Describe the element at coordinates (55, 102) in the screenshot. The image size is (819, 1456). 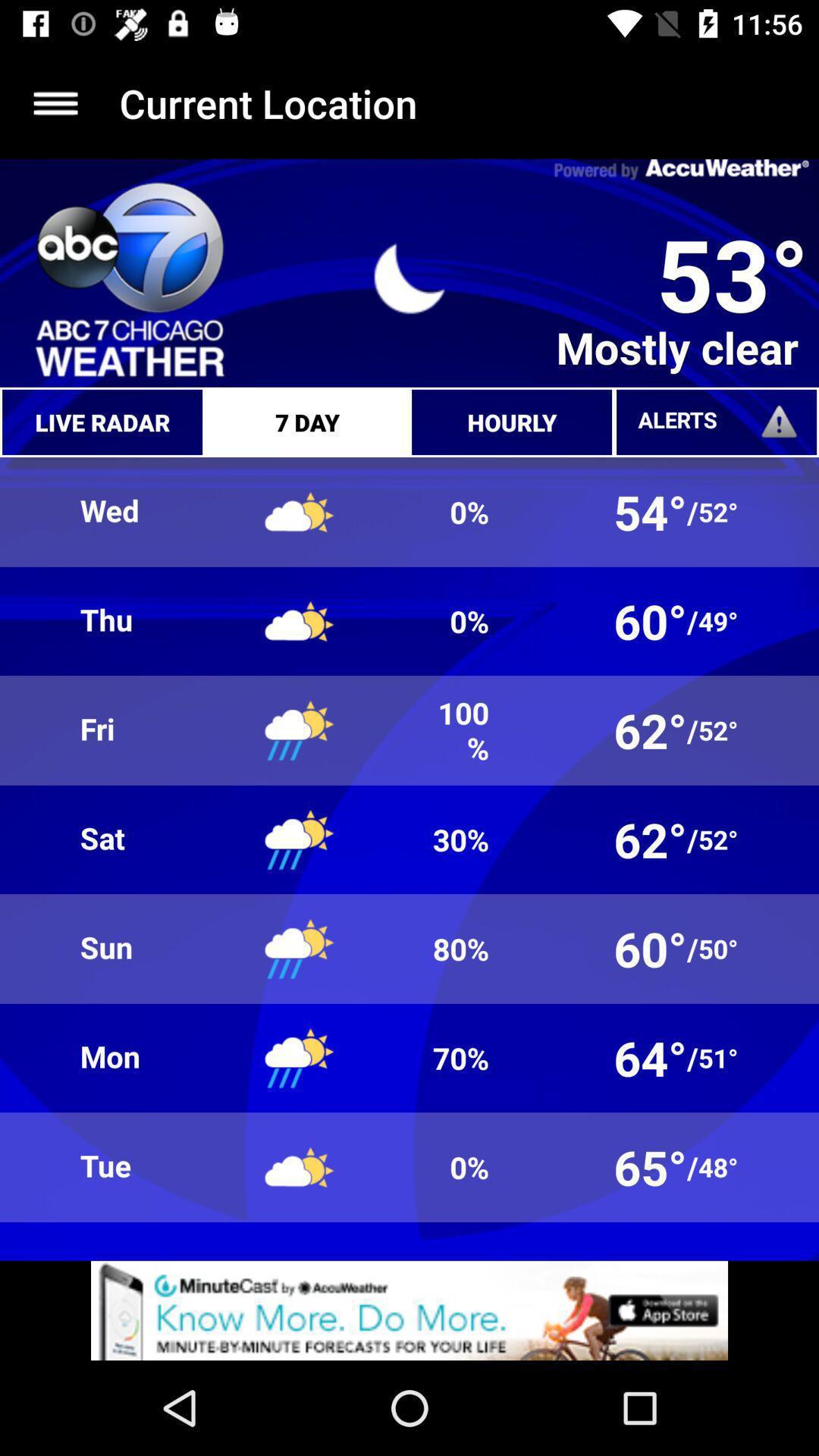
I see `click the menu option` at that location.